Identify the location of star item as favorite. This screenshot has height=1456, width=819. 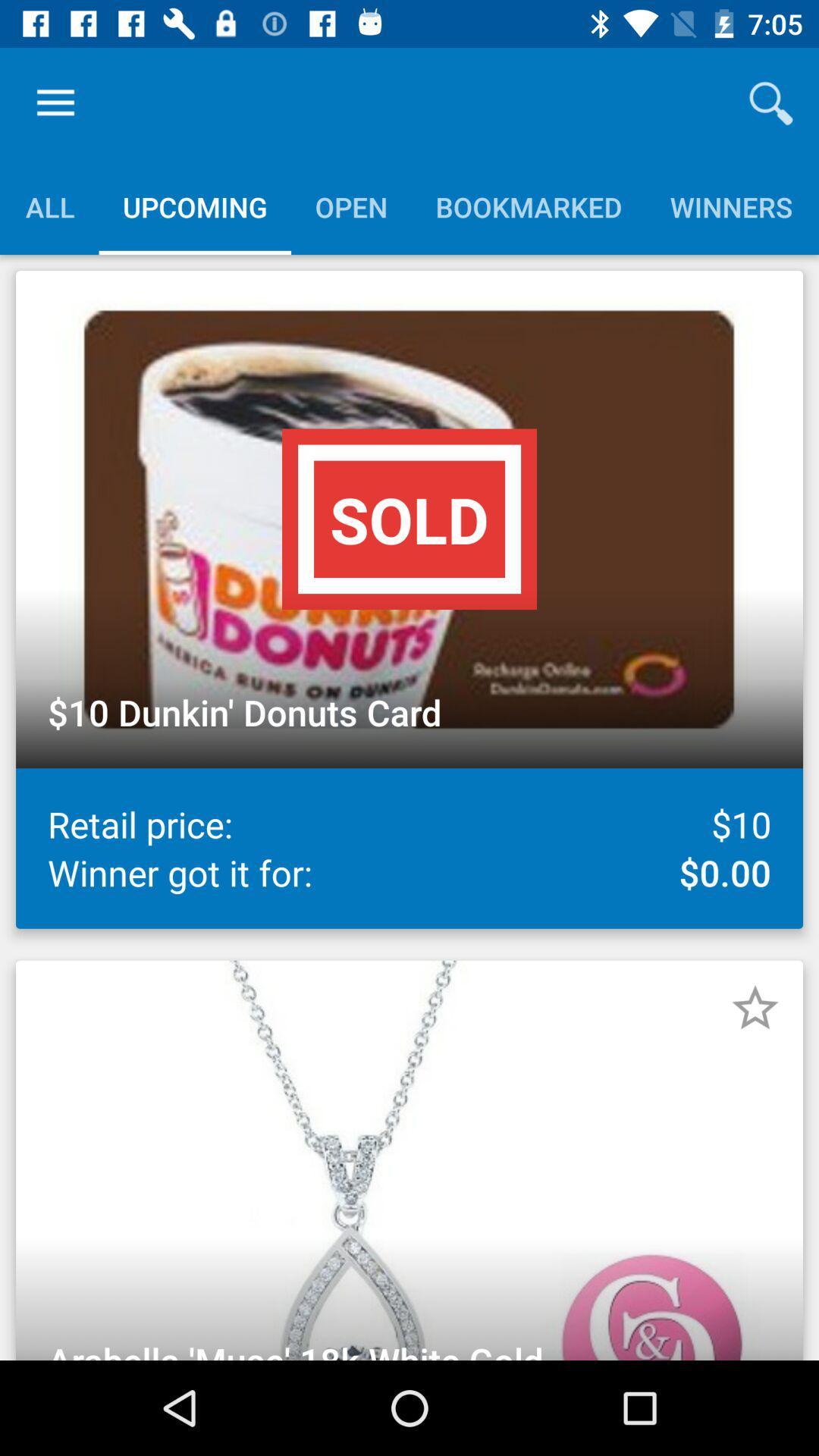
(755, 1008).